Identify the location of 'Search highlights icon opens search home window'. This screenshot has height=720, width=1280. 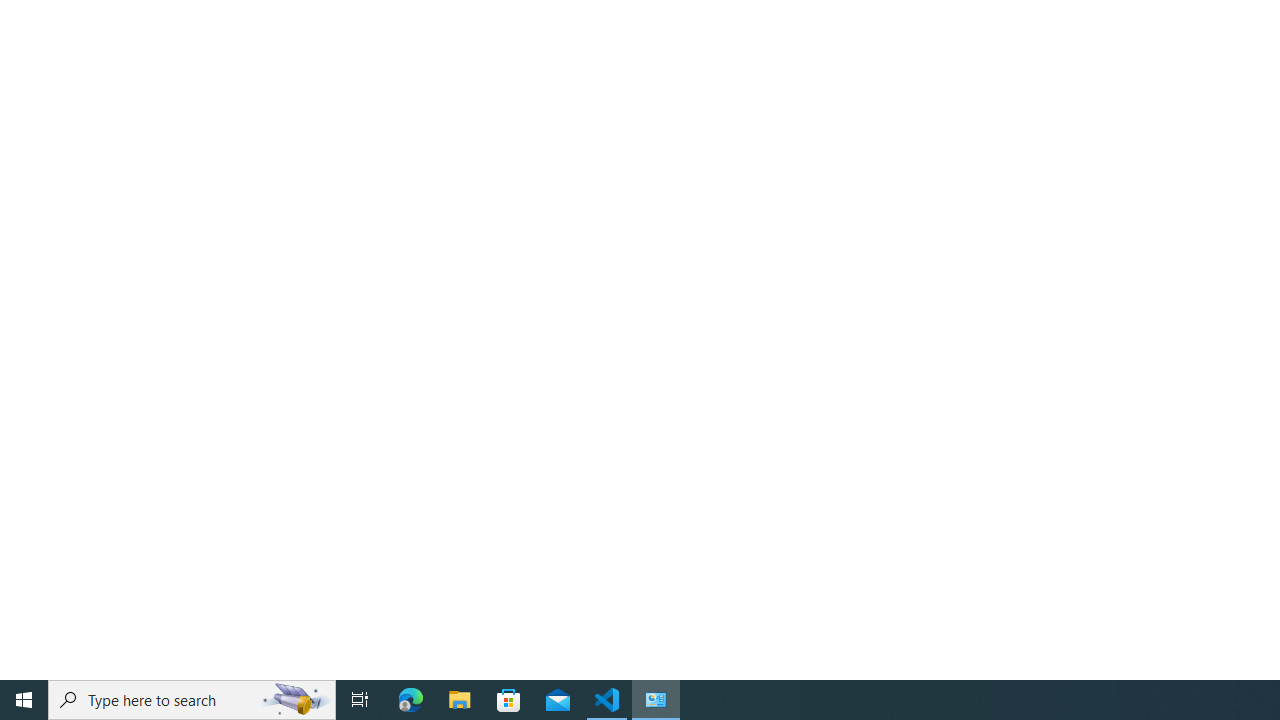
(294, 698).